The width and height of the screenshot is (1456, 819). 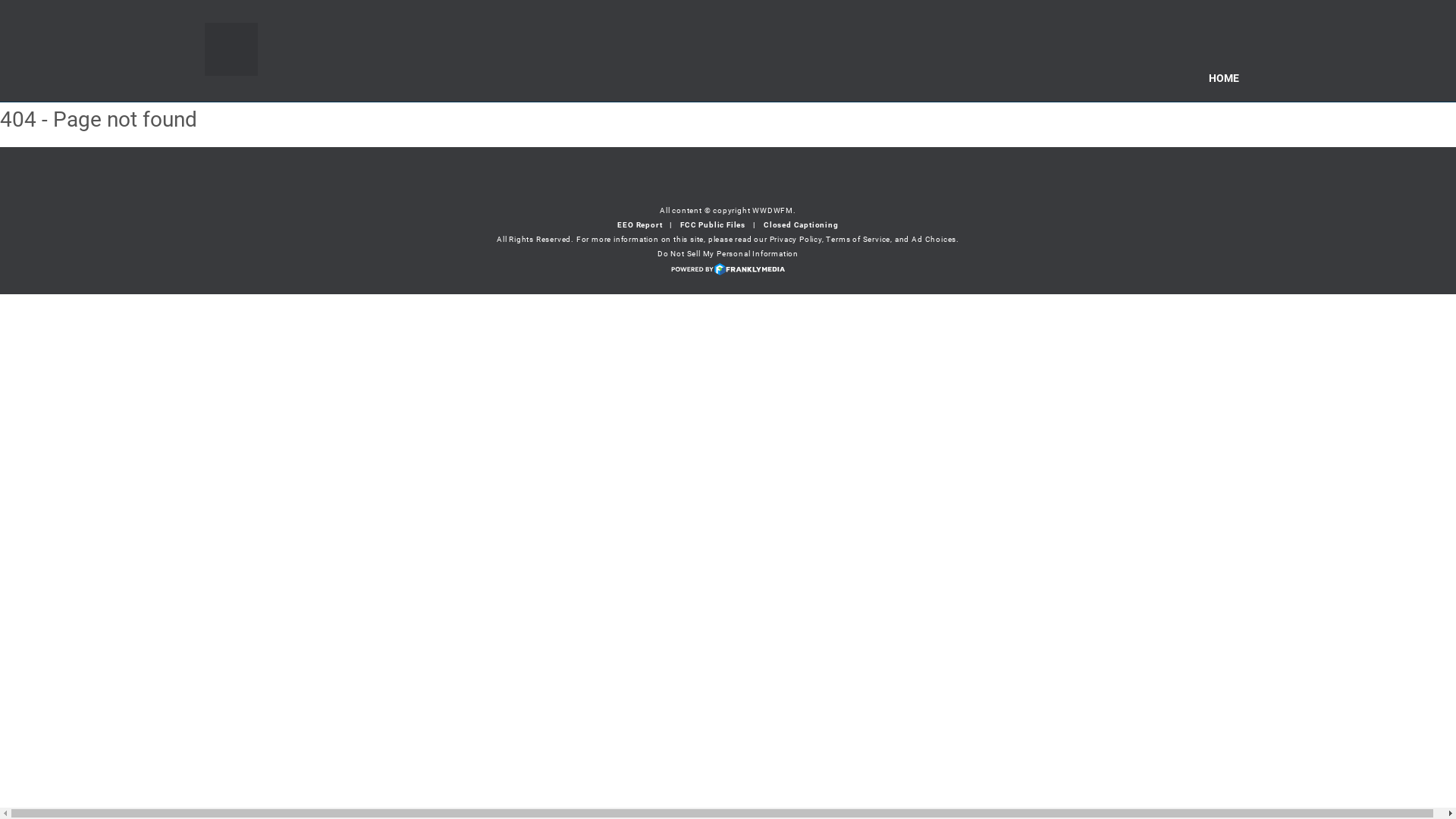 What do you see at coordinates (858, 239) in the screenshot?
I see `'Terms of Service'` at bounding box center [858, 239].